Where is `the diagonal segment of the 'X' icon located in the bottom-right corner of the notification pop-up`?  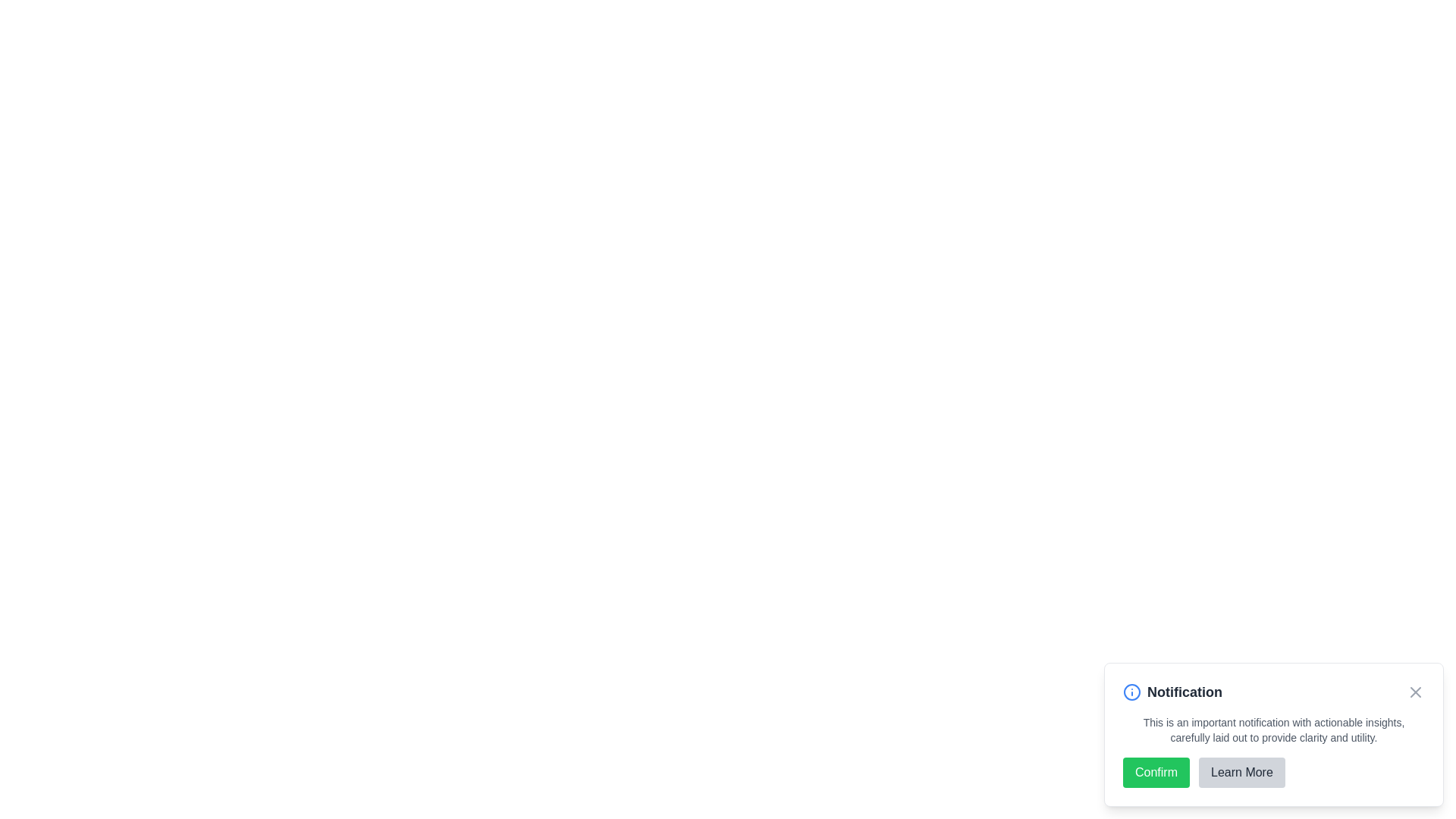
the diagonal segment of the 'X' icon located in the bottom-right corner of the notification pop-up is located at coordinates (1415, 692).